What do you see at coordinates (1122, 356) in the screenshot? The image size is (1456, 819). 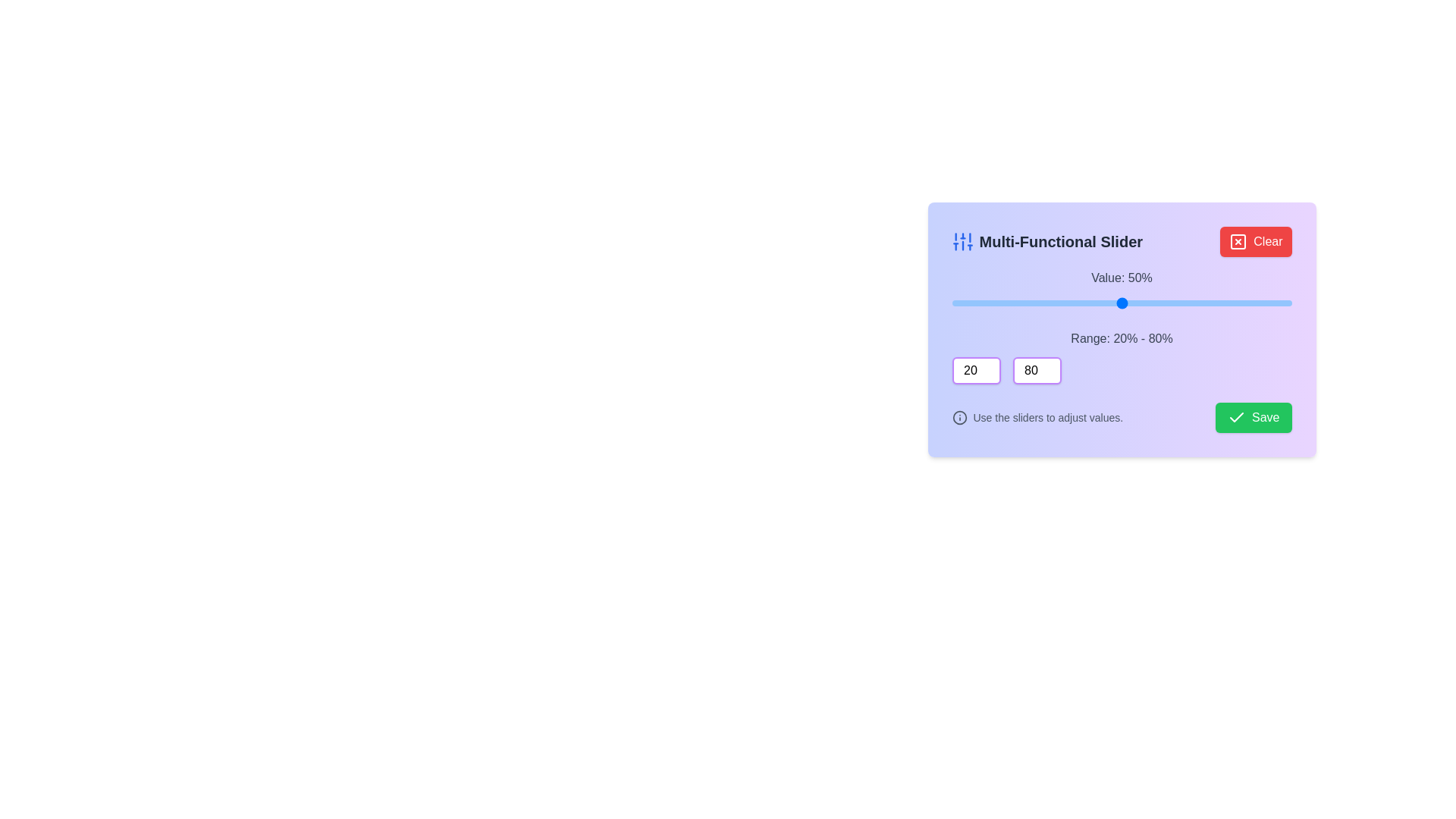 I see `the text label that provides information about the acceptable range of the slider values, located below the slider labeled 'Value: 50%'` at bounding box center [1122, 356].